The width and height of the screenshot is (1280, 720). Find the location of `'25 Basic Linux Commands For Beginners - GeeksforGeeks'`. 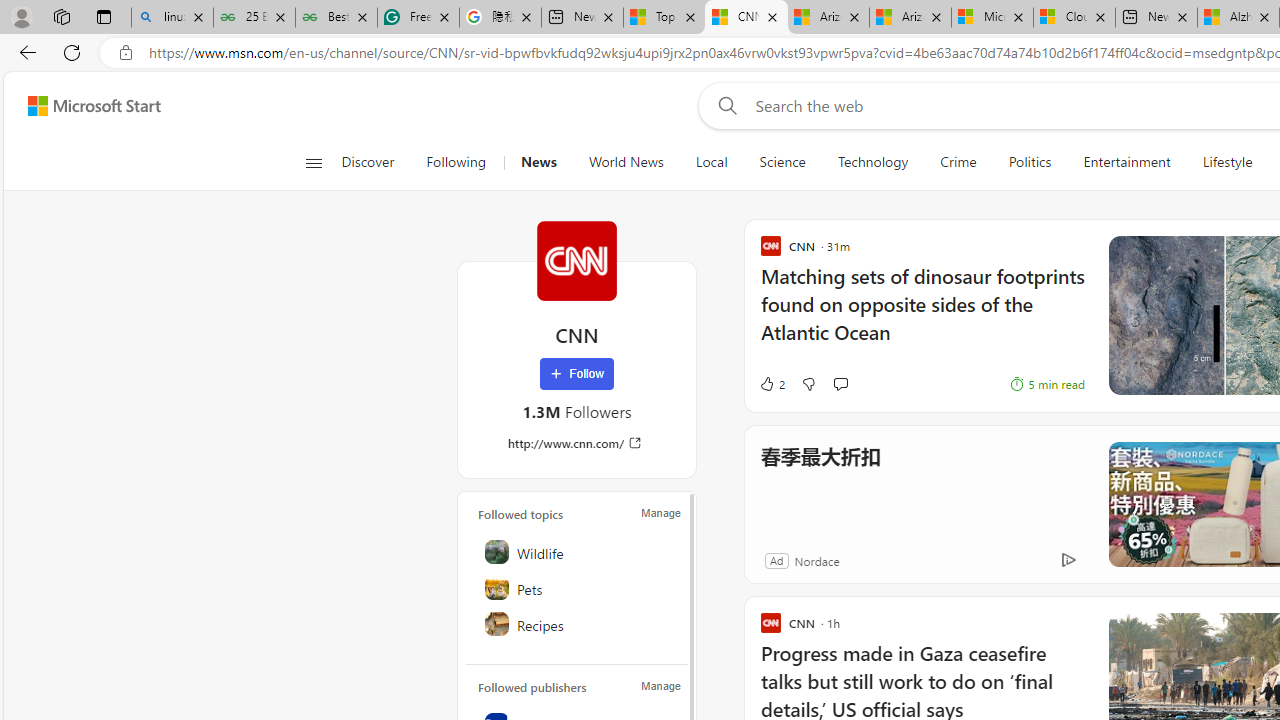

'25 Basic Linux Commands For Beginners - GeeksforGeeks' is located at coordinates (253, 17).